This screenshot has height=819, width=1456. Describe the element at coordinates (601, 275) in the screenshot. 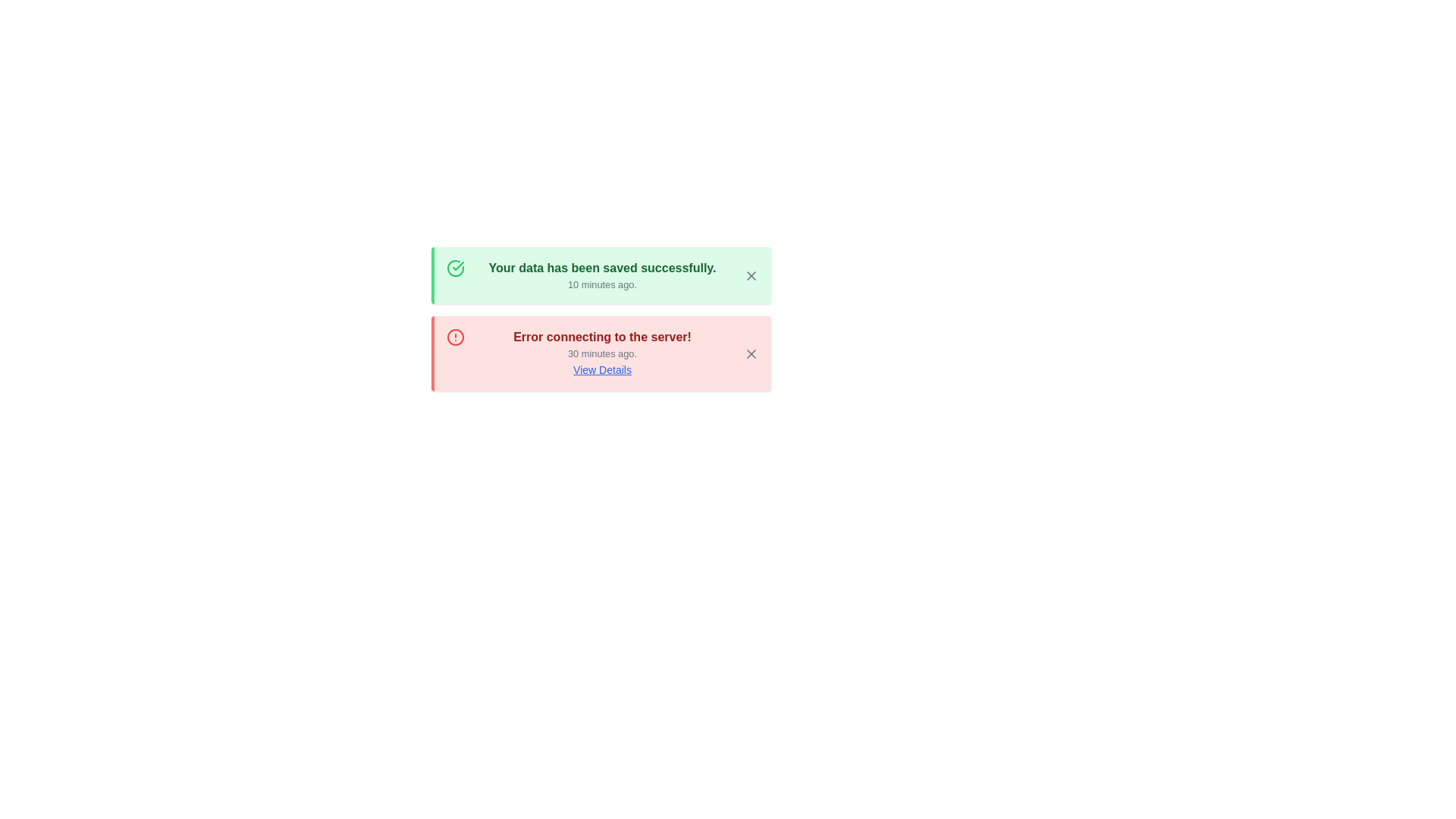

I see `notification text label indicating that the data has been successfully saved, which is located in the green notification box at the top of the two stacked notifications` at that location.